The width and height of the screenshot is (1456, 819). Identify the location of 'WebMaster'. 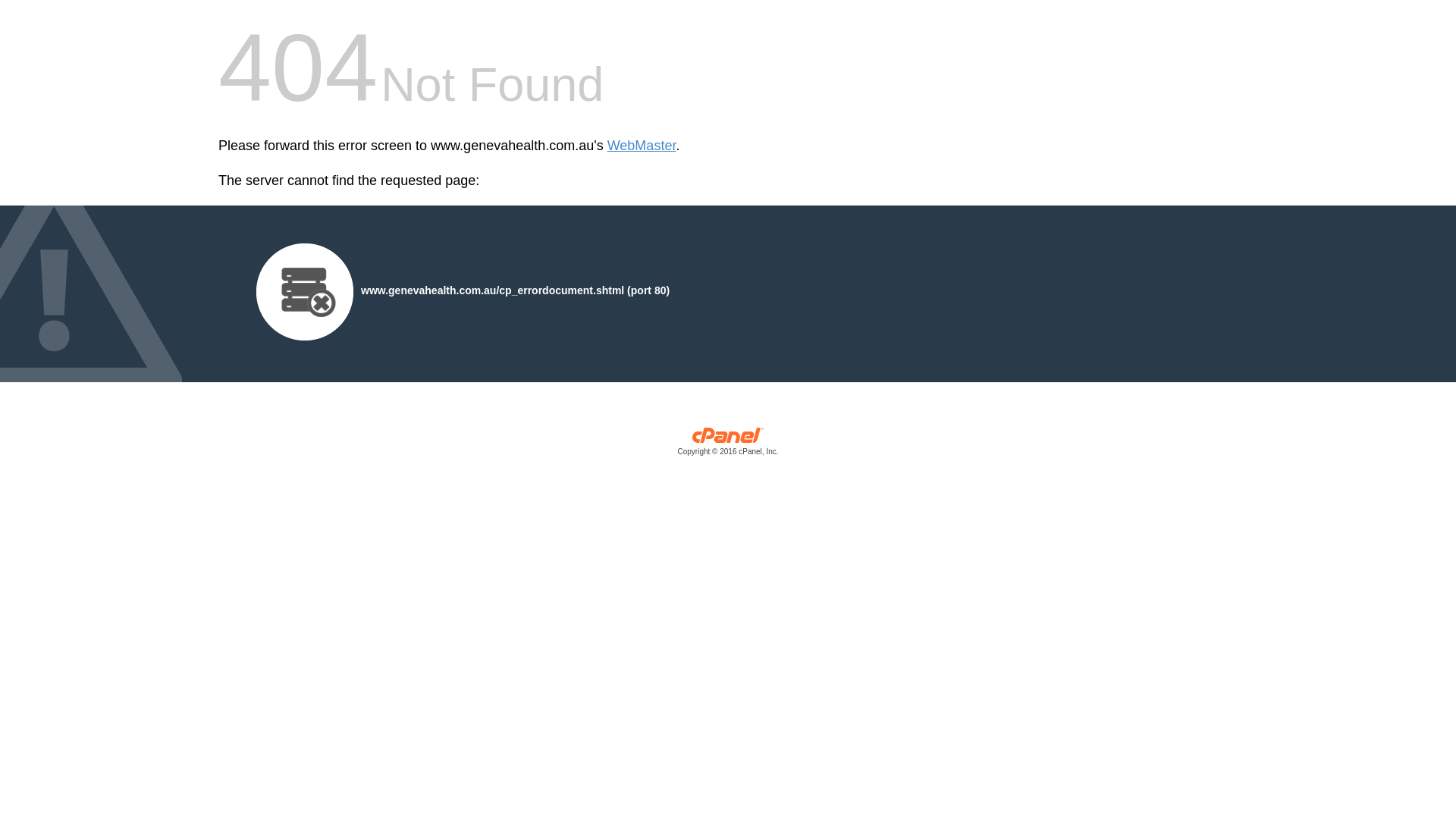
(642, 146).